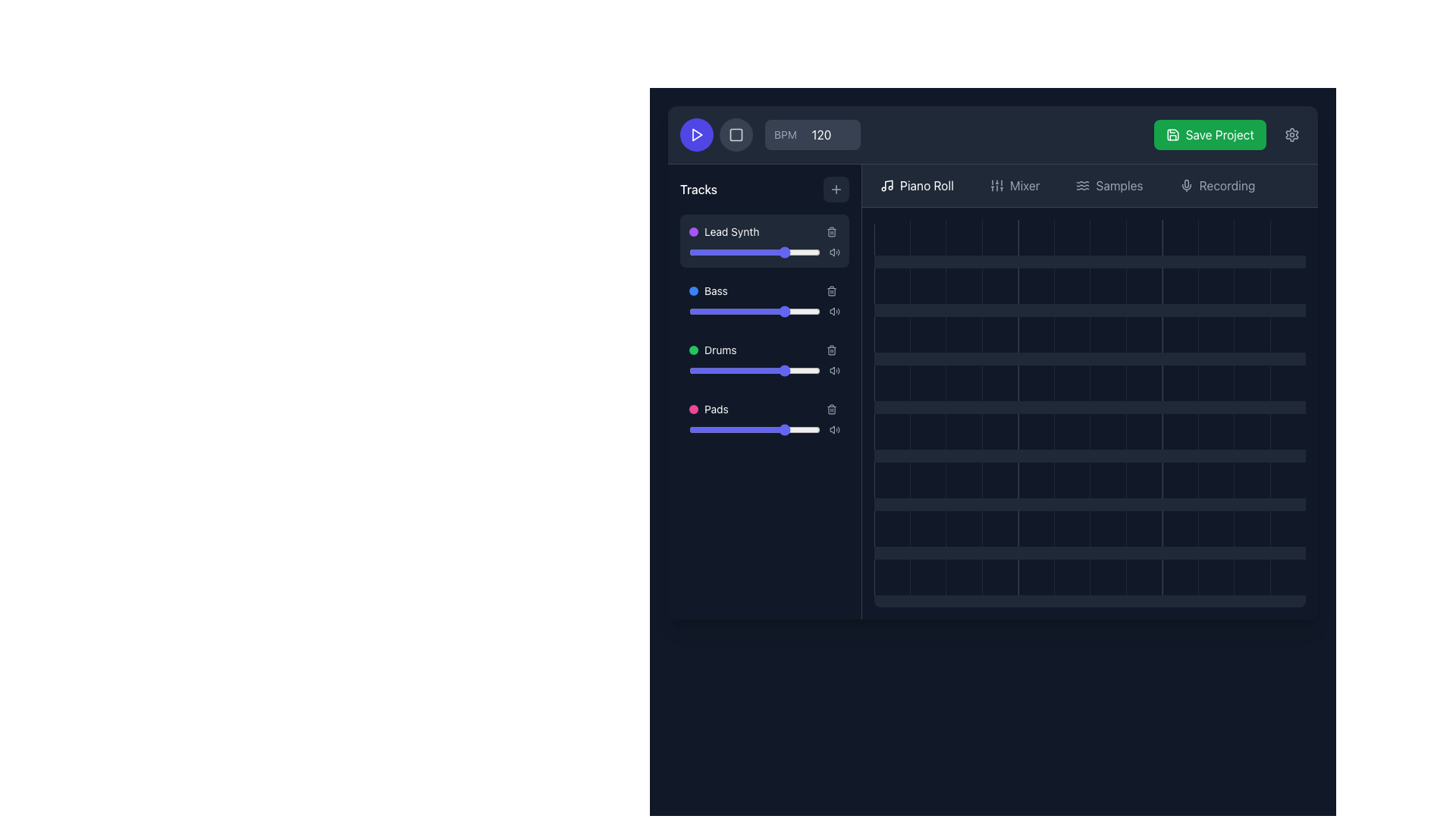  Describe the element at coordinates (718, 371) in the screenshot. I see `the slider value` at that location.